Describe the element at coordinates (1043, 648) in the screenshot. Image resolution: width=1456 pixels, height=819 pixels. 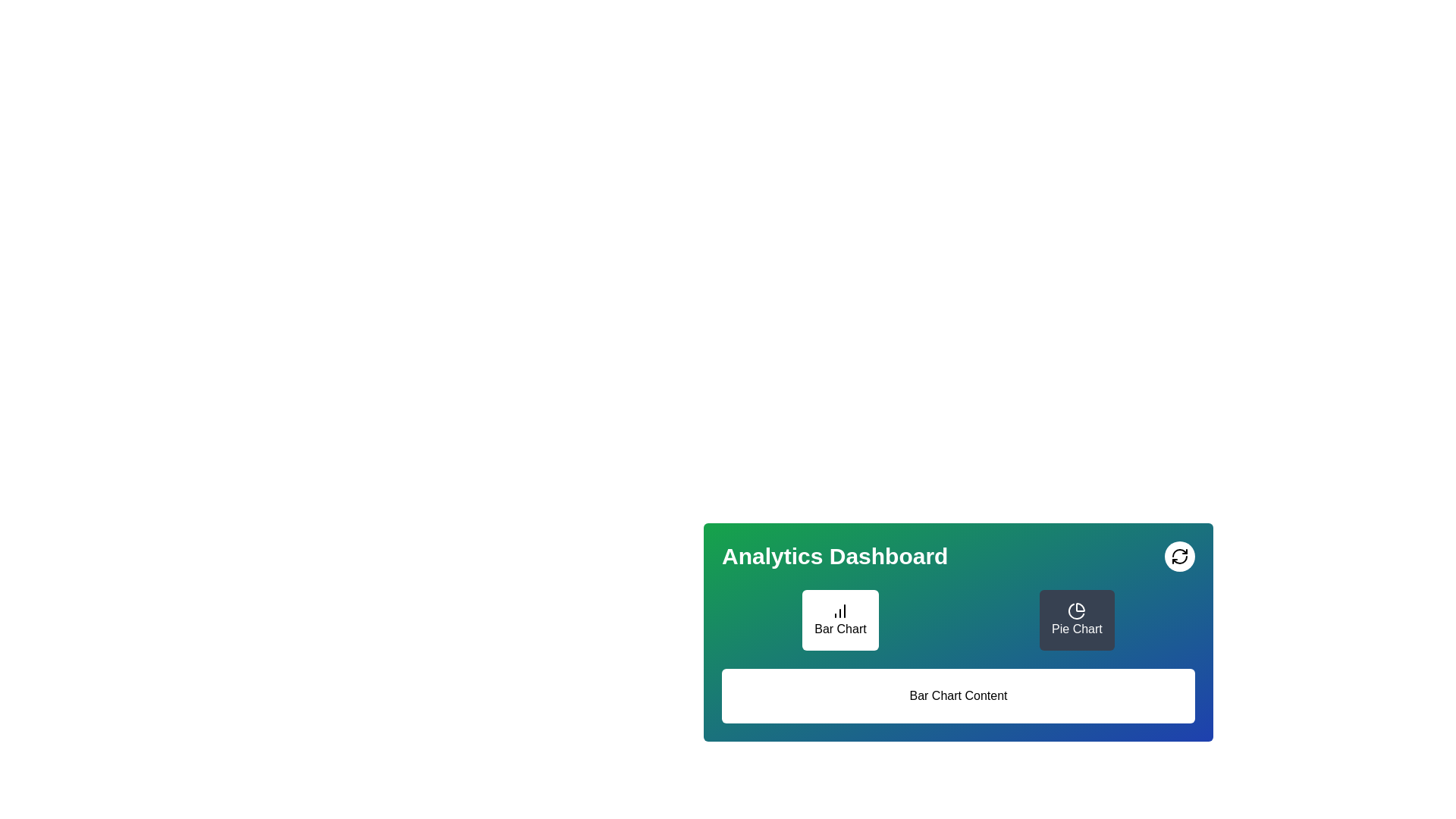
I see `the button that switches the view to pie chart analytics, located to the right of the 'Bar Chart' button in the 'Analytics Dashboard' section` at that location.